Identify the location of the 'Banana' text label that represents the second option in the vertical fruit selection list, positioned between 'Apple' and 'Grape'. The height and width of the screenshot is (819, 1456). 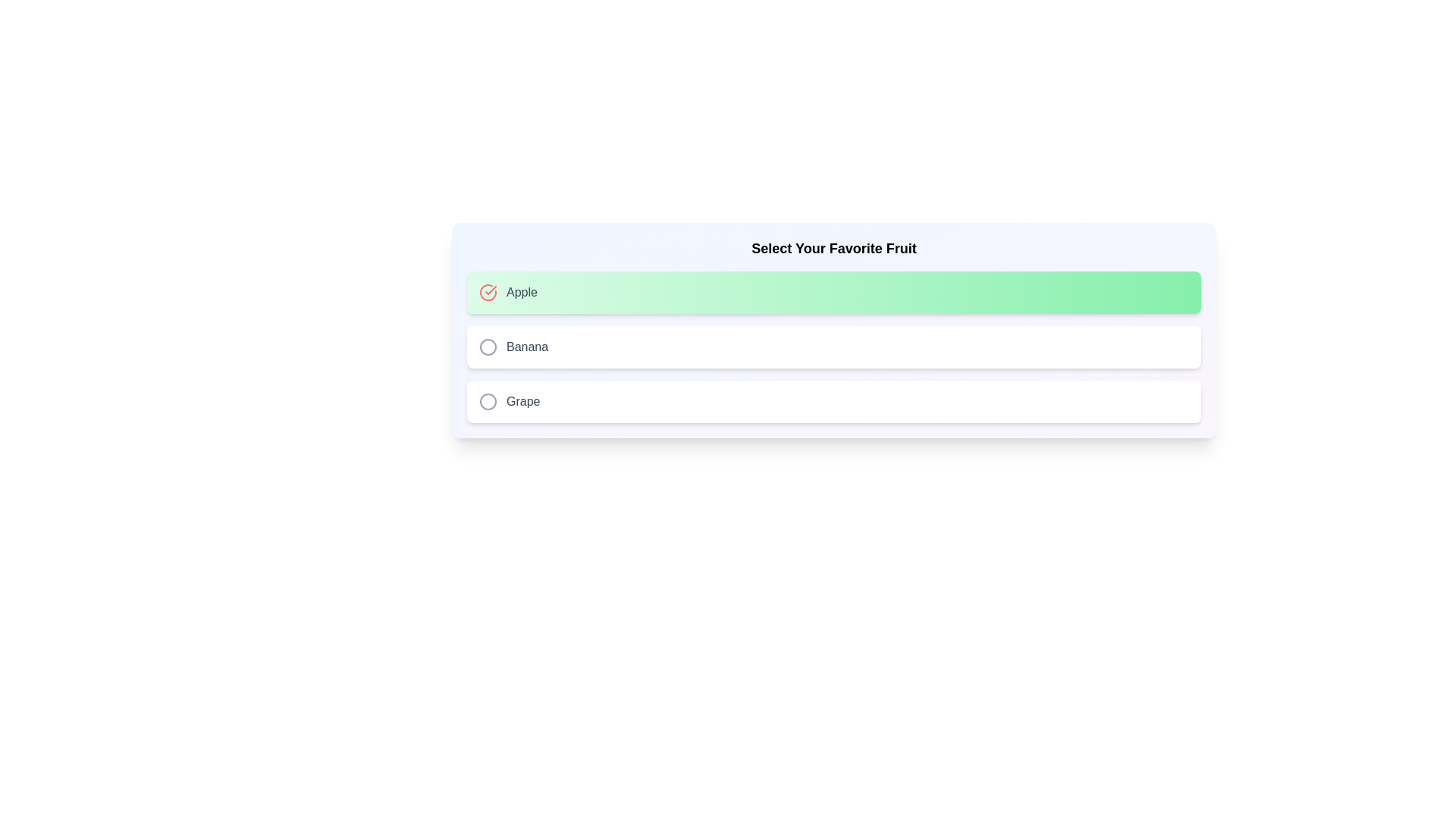
(527, 347).